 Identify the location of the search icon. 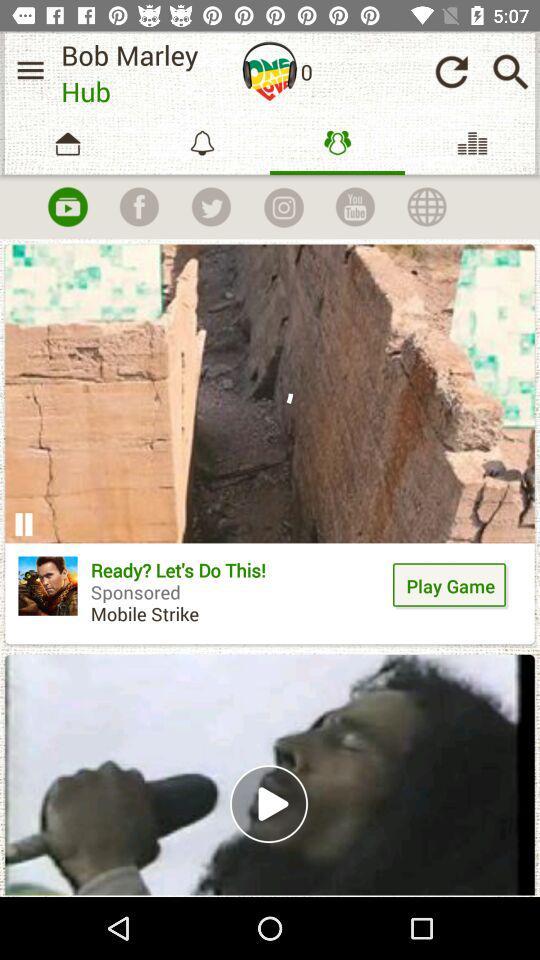
(510, 71).